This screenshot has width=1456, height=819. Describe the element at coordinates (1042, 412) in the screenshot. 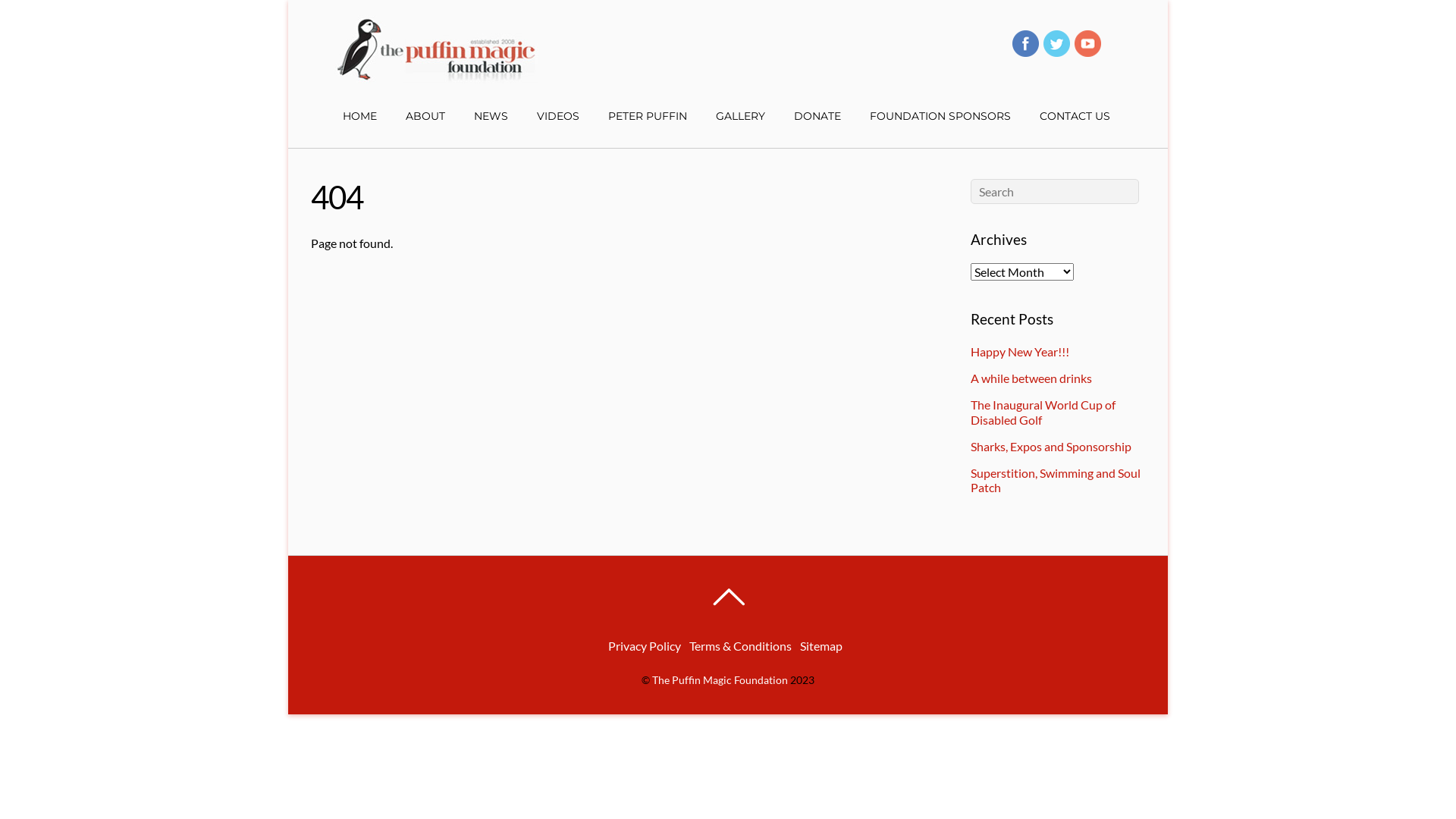

I see `'The Inaugural World Cup of Disabled Golf'` at that location.